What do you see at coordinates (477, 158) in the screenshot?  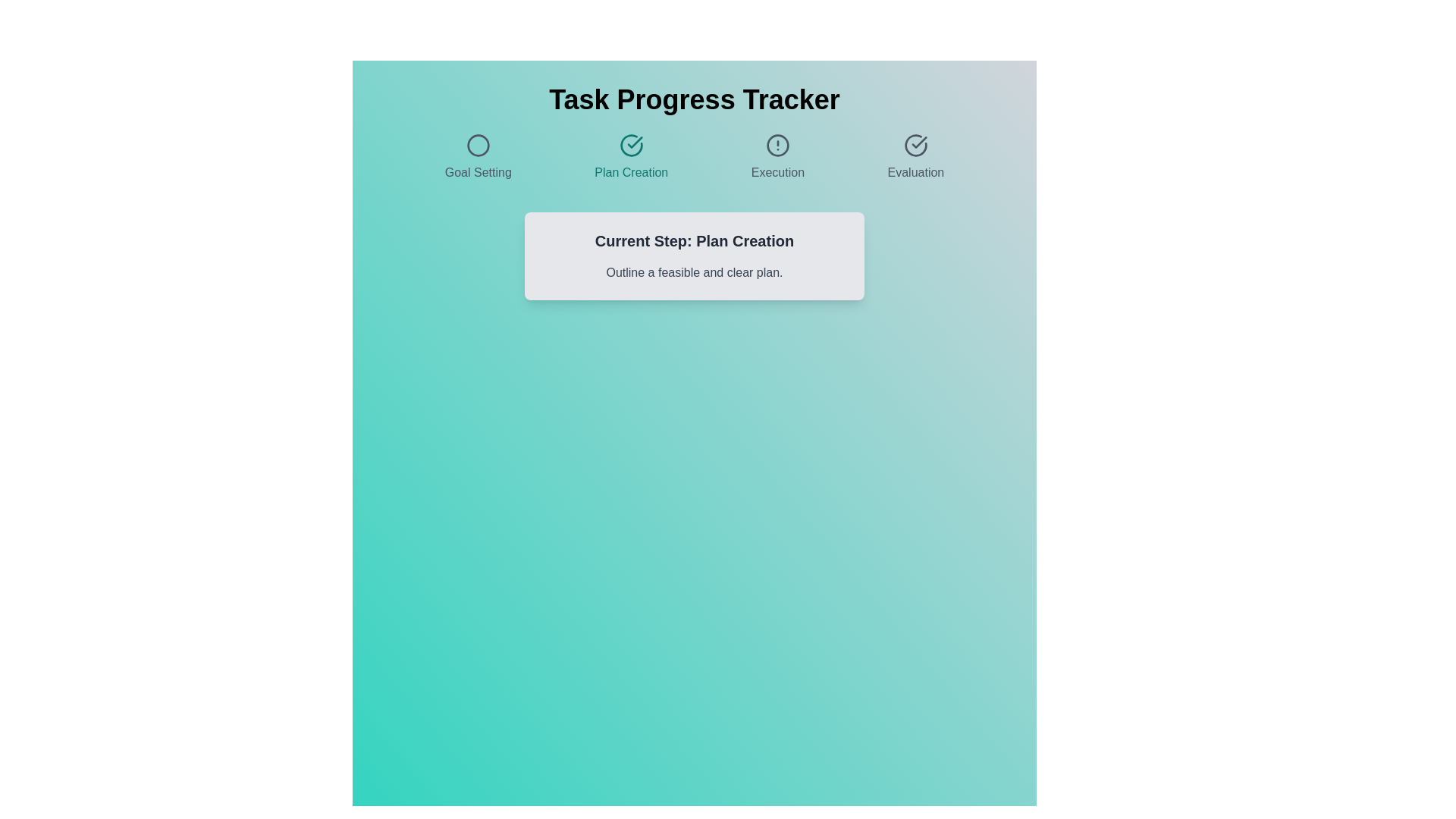 I see `the step title Goal Setting to navigate to the corresponding step` at bounding box center [477, 158].